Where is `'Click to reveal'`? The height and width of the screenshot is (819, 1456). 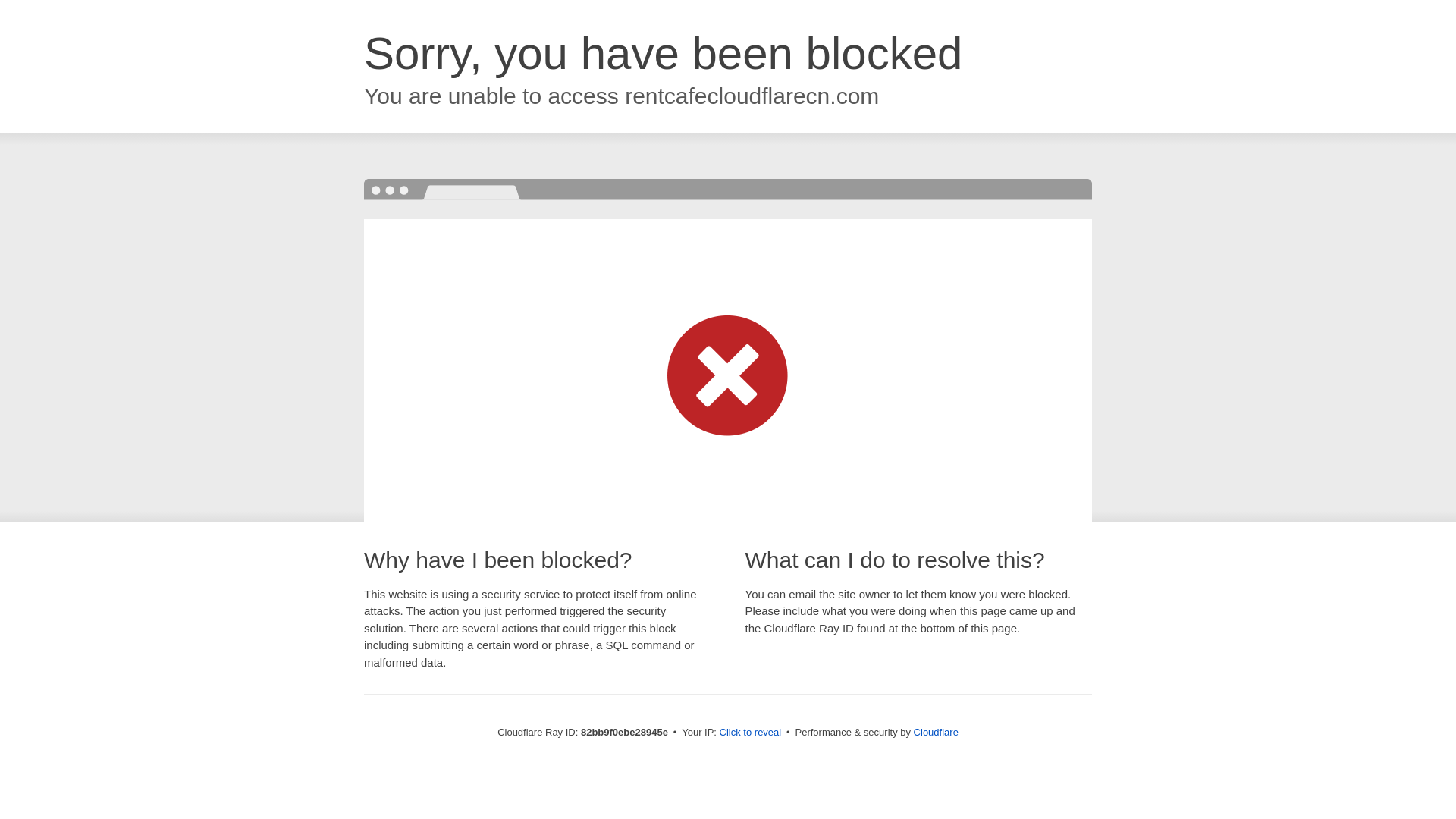
'Click to reveal' is located at coordinates (719, 731).